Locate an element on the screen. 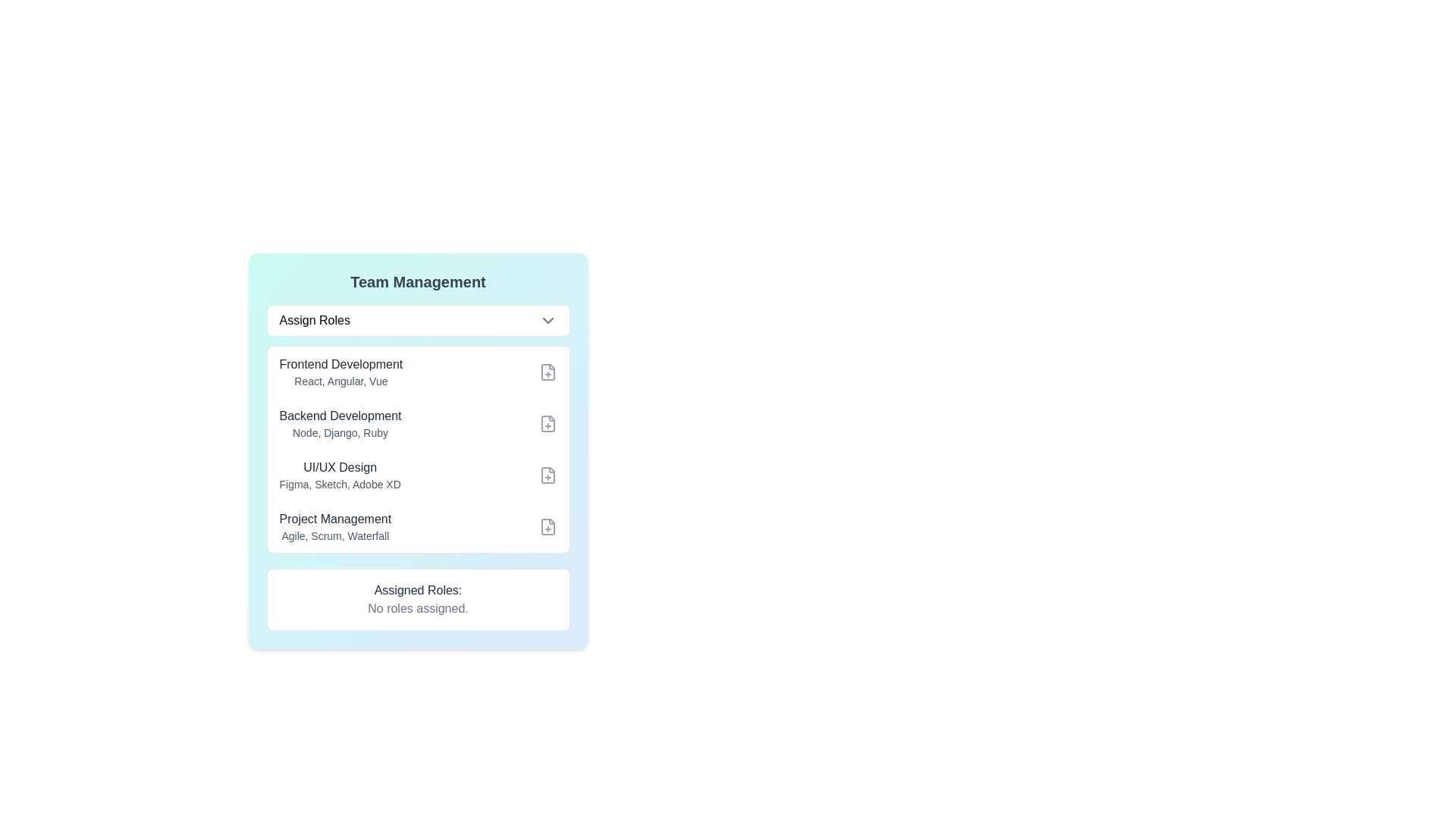  the text label reading 'Backend Development', which is the second item in the vertically aligned list of roles within the 'Team Management' card is located at coordinates (339, 416).